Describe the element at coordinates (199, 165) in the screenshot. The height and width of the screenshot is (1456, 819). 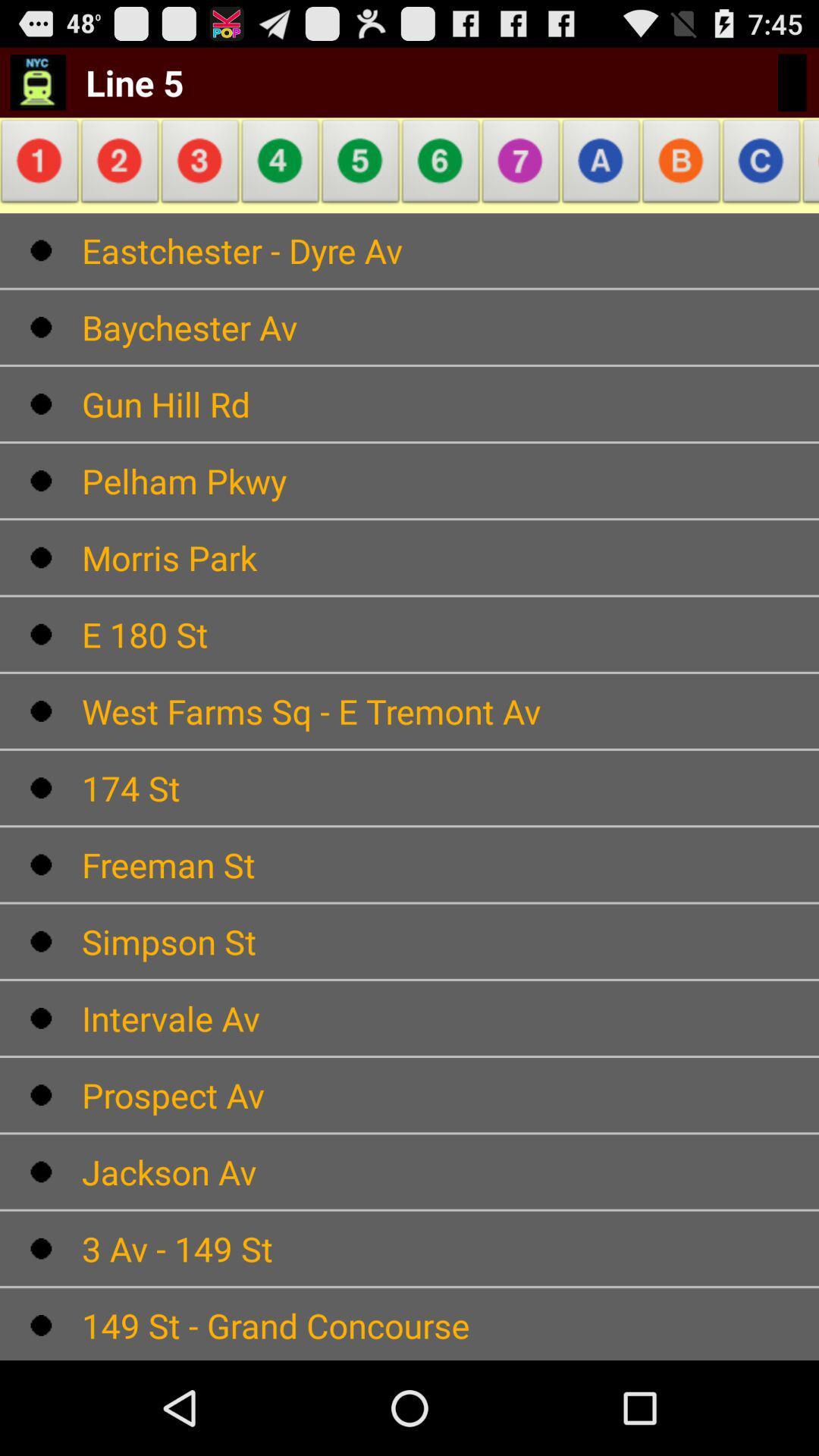
I see `the icon above eastchester - dyre av` at that location.